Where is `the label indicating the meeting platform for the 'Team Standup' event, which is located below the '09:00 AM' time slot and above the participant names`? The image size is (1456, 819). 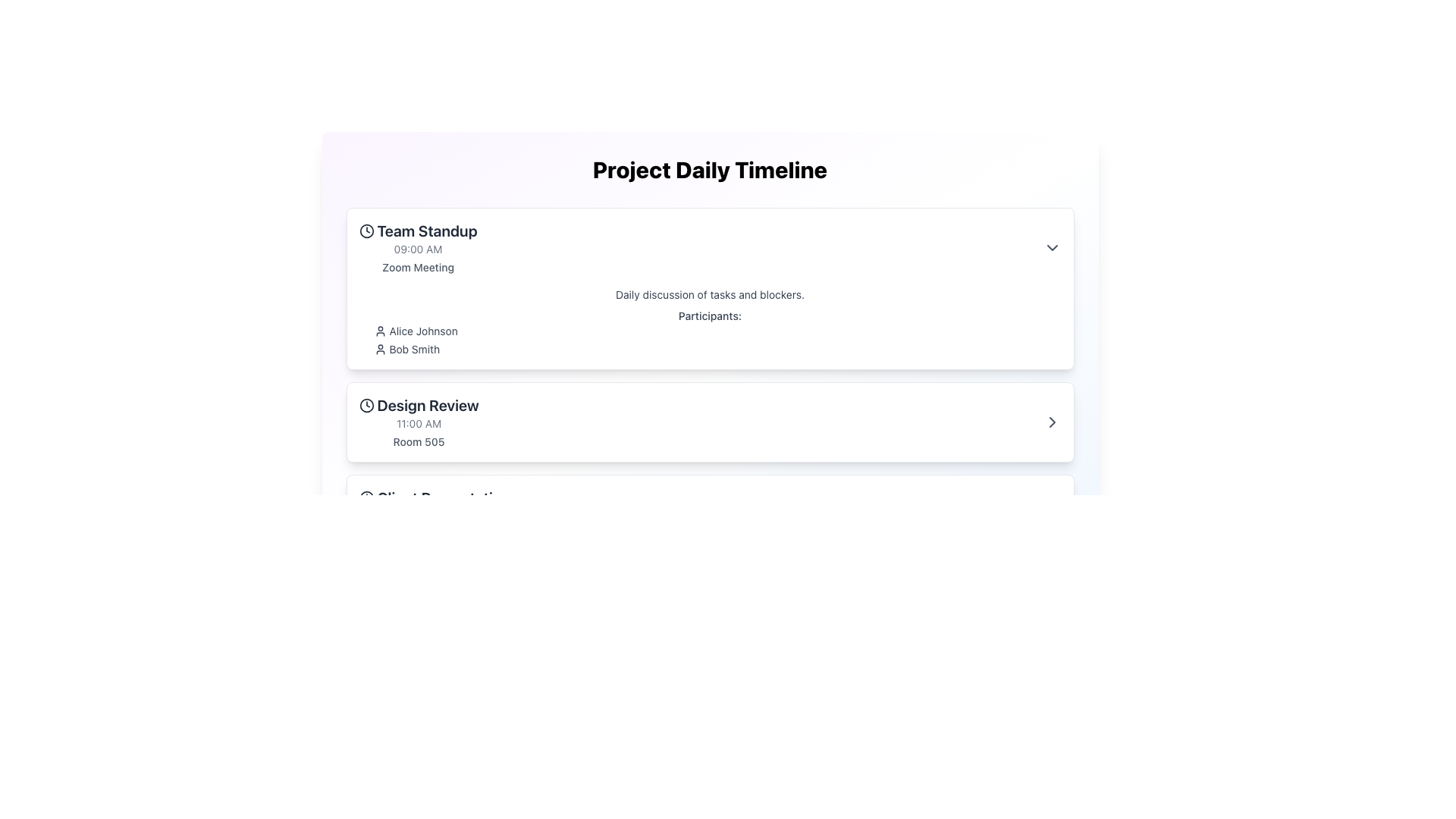
the label indicating the meeting platform for the 'Team Standup' event, which is located below the '09:00 AM' time slot and above the participant names is located at coordinates (418, 267).